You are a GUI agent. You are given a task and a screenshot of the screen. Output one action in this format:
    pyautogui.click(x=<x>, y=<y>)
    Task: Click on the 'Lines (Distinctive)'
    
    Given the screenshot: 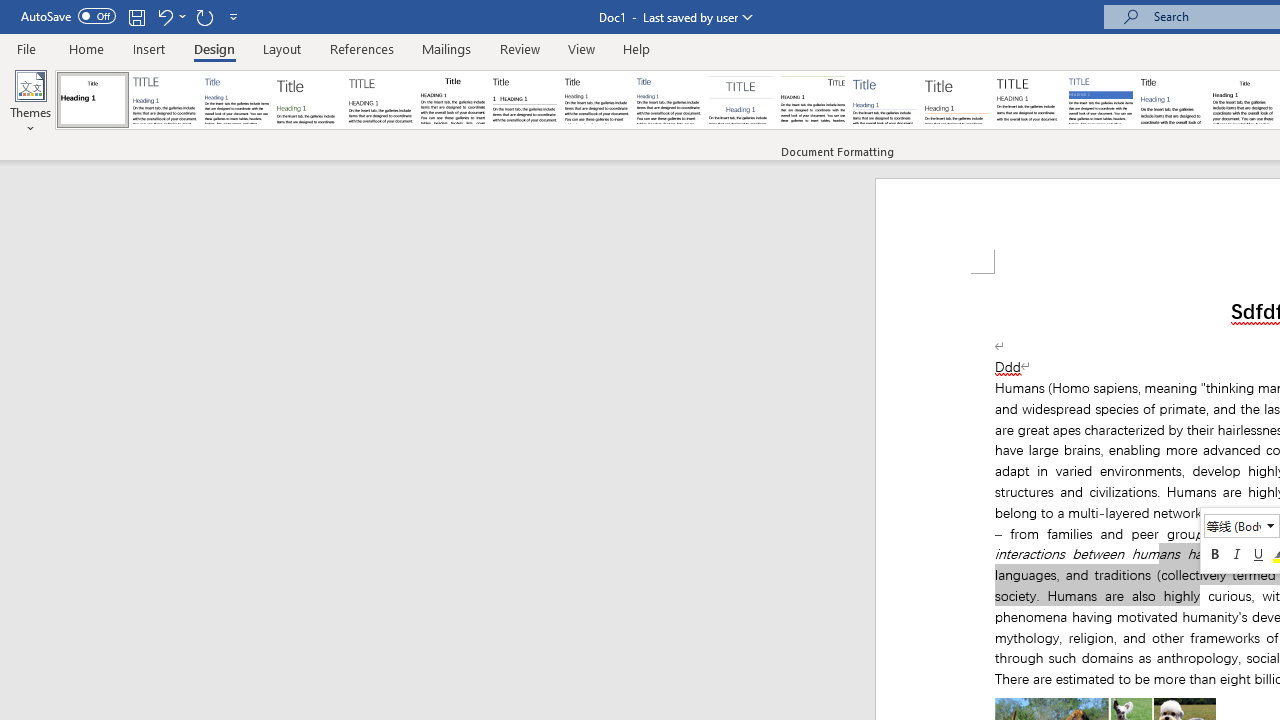 What is the action you would take?
    pyautogui.click(x=812, y=100)
    